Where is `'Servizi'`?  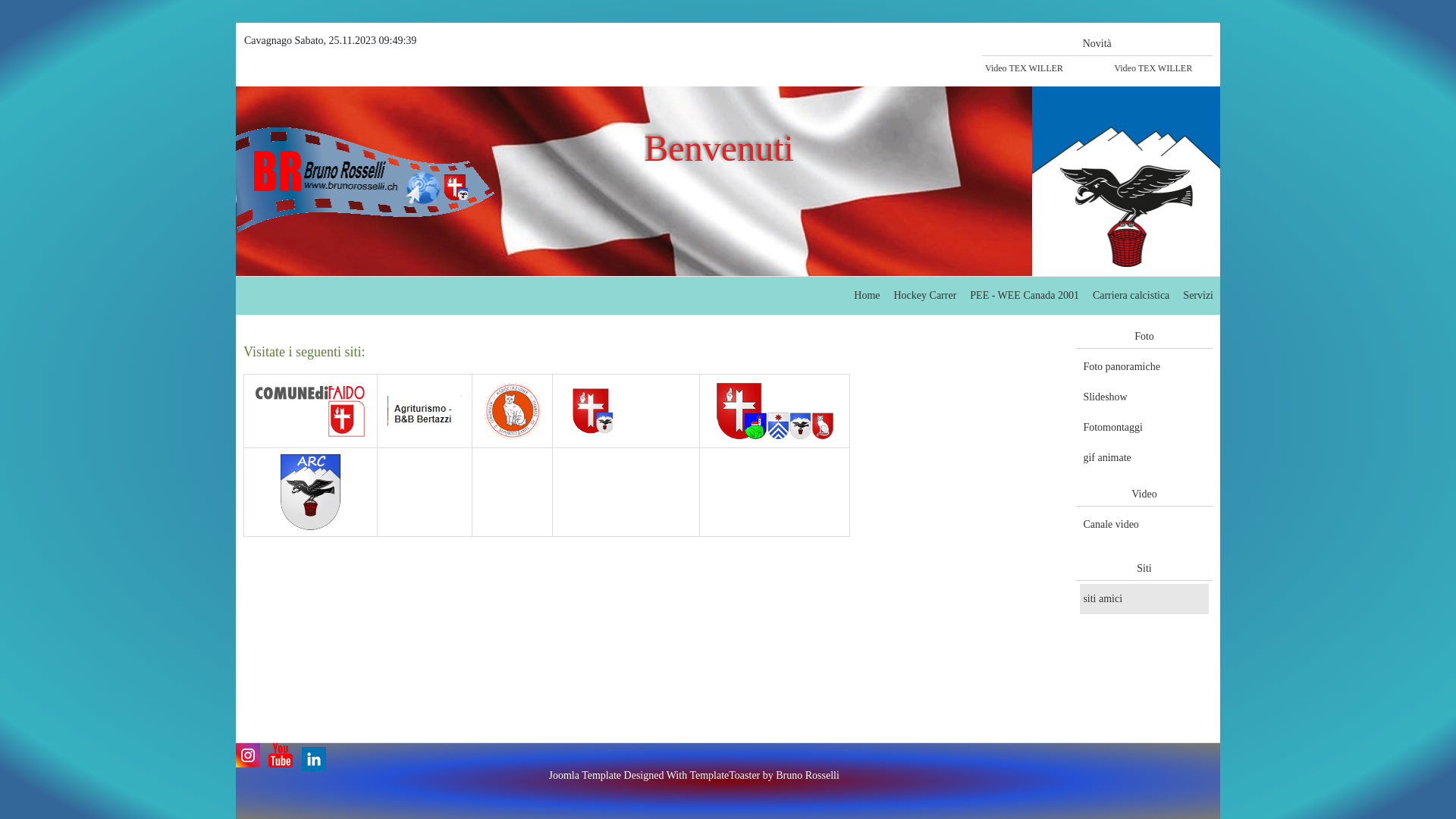
'Servizi' is located at coordinates (1197, 295).